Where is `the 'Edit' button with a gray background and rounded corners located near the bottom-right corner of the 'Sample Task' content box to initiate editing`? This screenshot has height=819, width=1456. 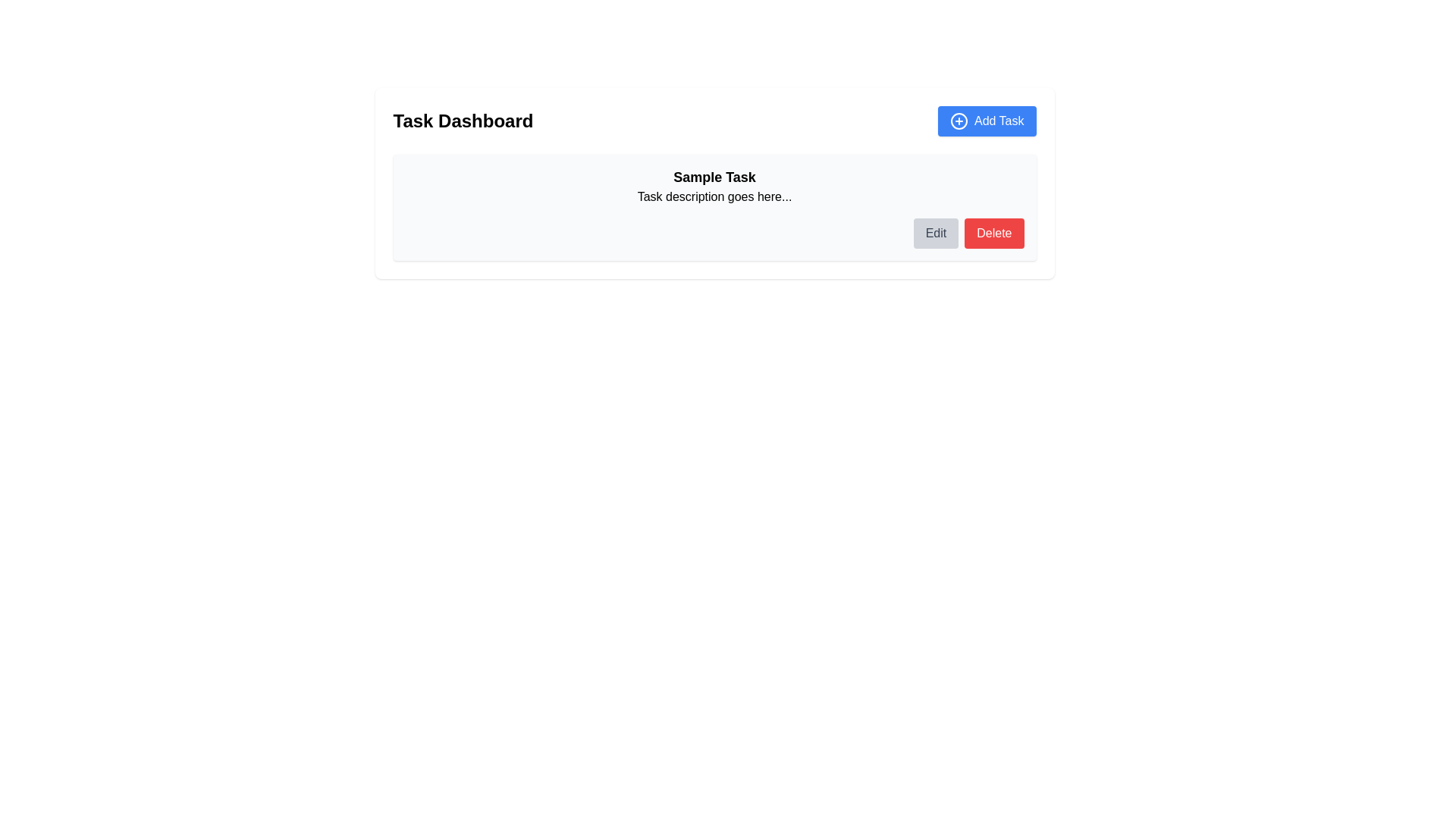
the 'Edit' button with a gray background and rounded corners located near the bottom-right corner of the 'Sample Task' content box to initiate editing is located at coordinates (935, 234).